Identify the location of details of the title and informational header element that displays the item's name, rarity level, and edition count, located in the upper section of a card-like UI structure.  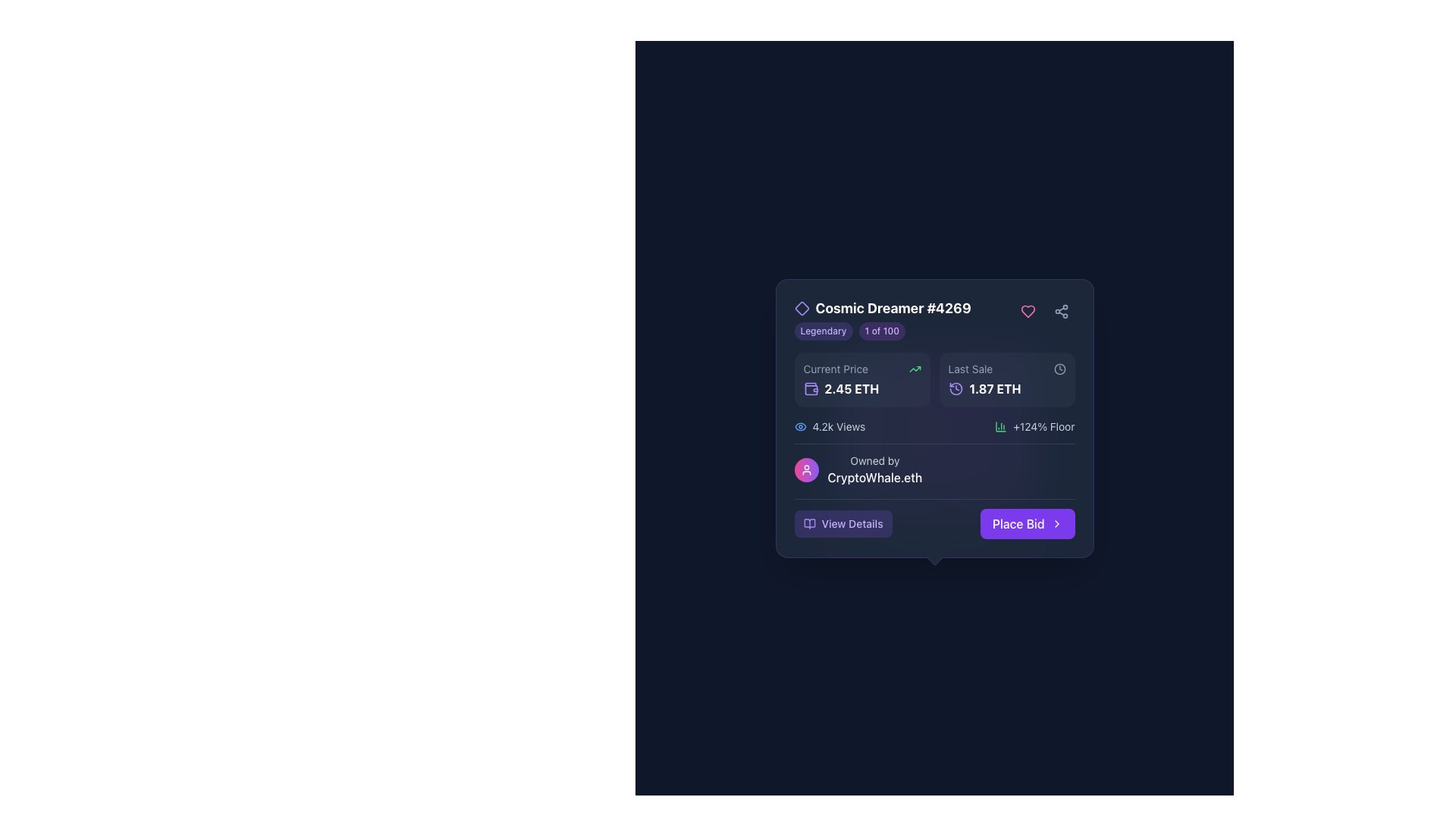
(883, 318).